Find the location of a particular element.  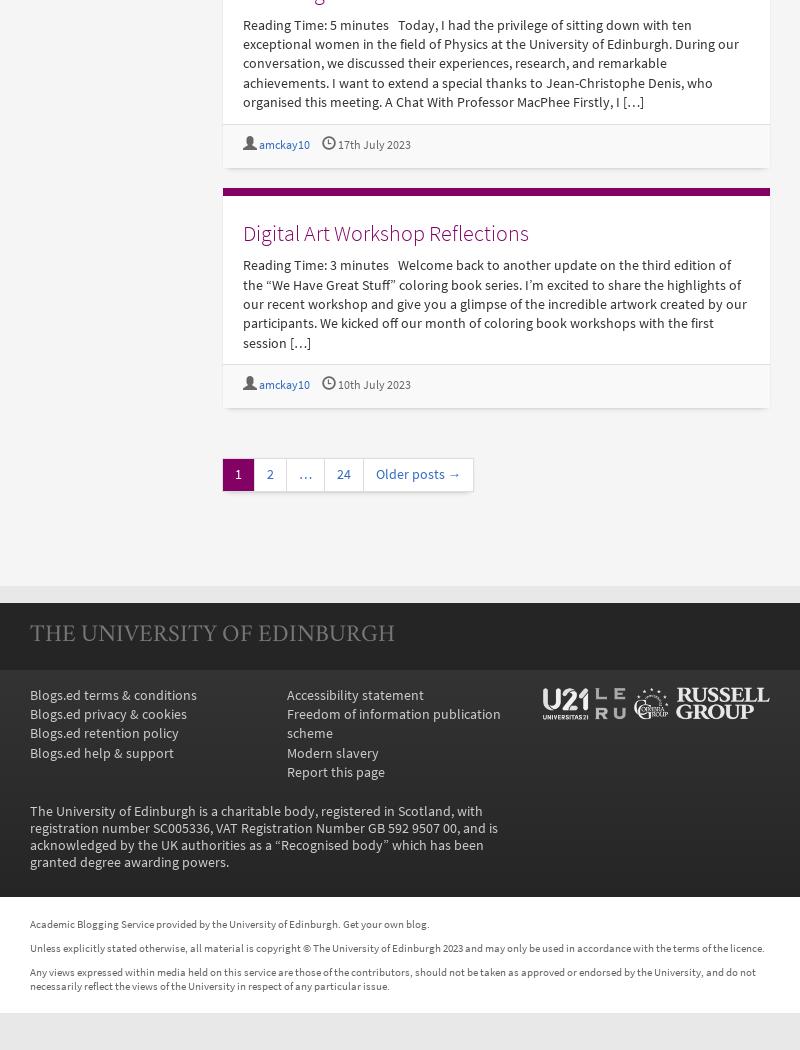

'Accessibility statement' is located at coordinates (354, 694).